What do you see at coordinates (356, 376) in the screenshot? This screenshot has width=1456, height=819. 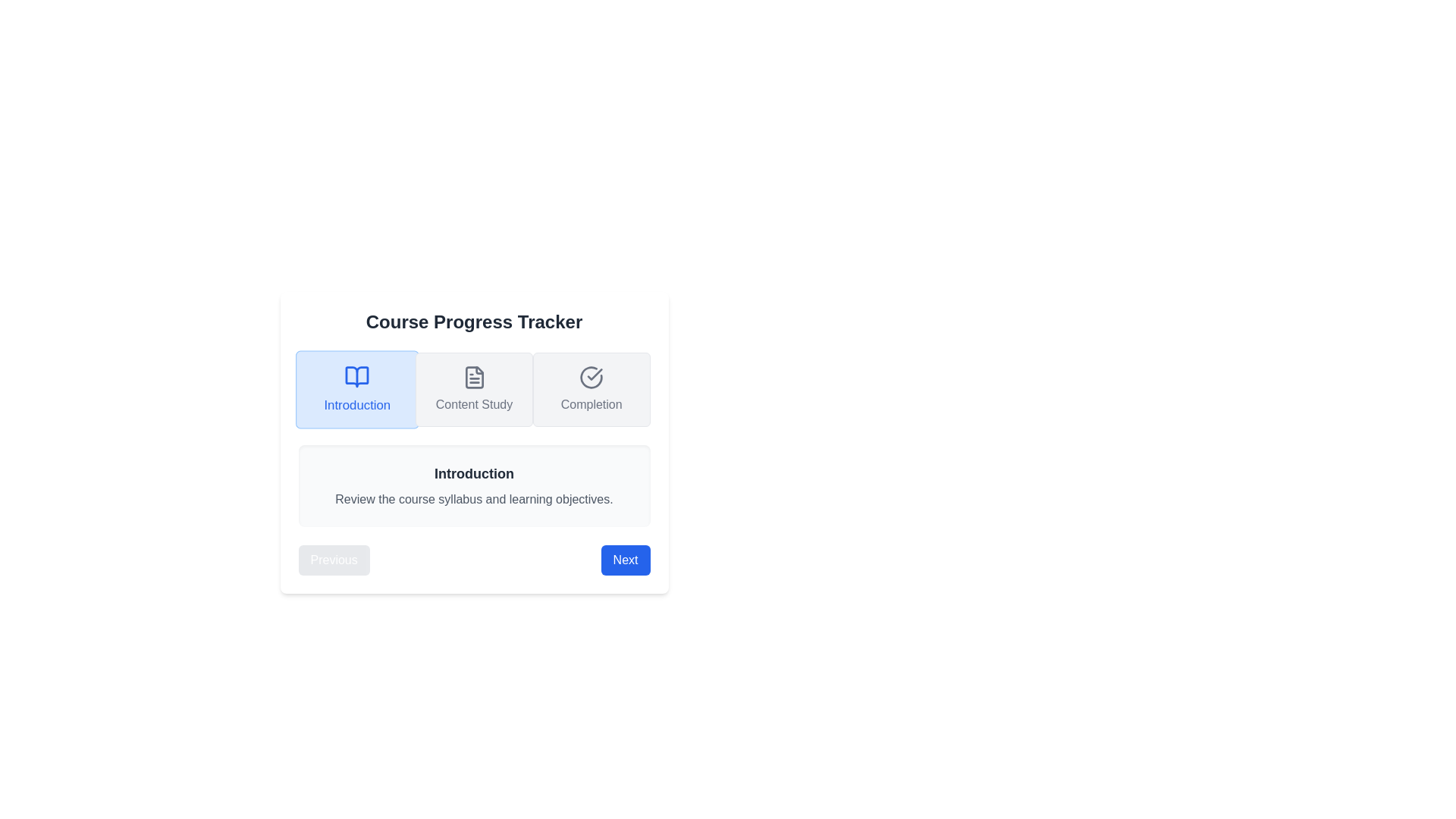 I see `the 'Introduction' tab represented by the right-hand side of a book icon illustration within the blue-highlighted card in the 'Course Progress Tracker' section` at bounding box center [356, 376].